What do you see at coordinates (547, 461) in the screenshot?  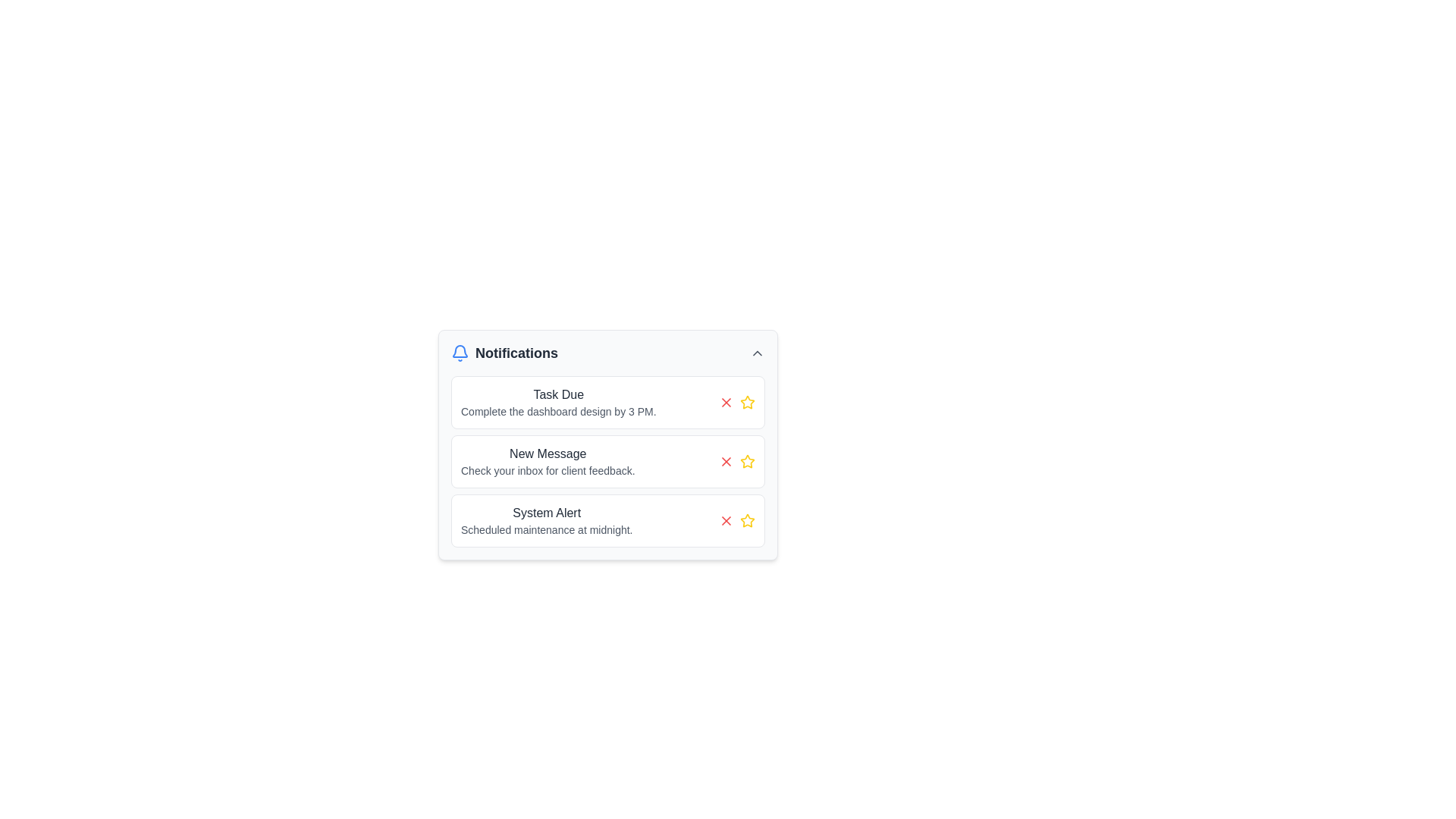 I see `the 'New Message' text block located in the 'Notifications' section, which contains the primary text 'New Message' and secondary text 'Check your inbox for client feedback.'` at bounding box center [547, 461].